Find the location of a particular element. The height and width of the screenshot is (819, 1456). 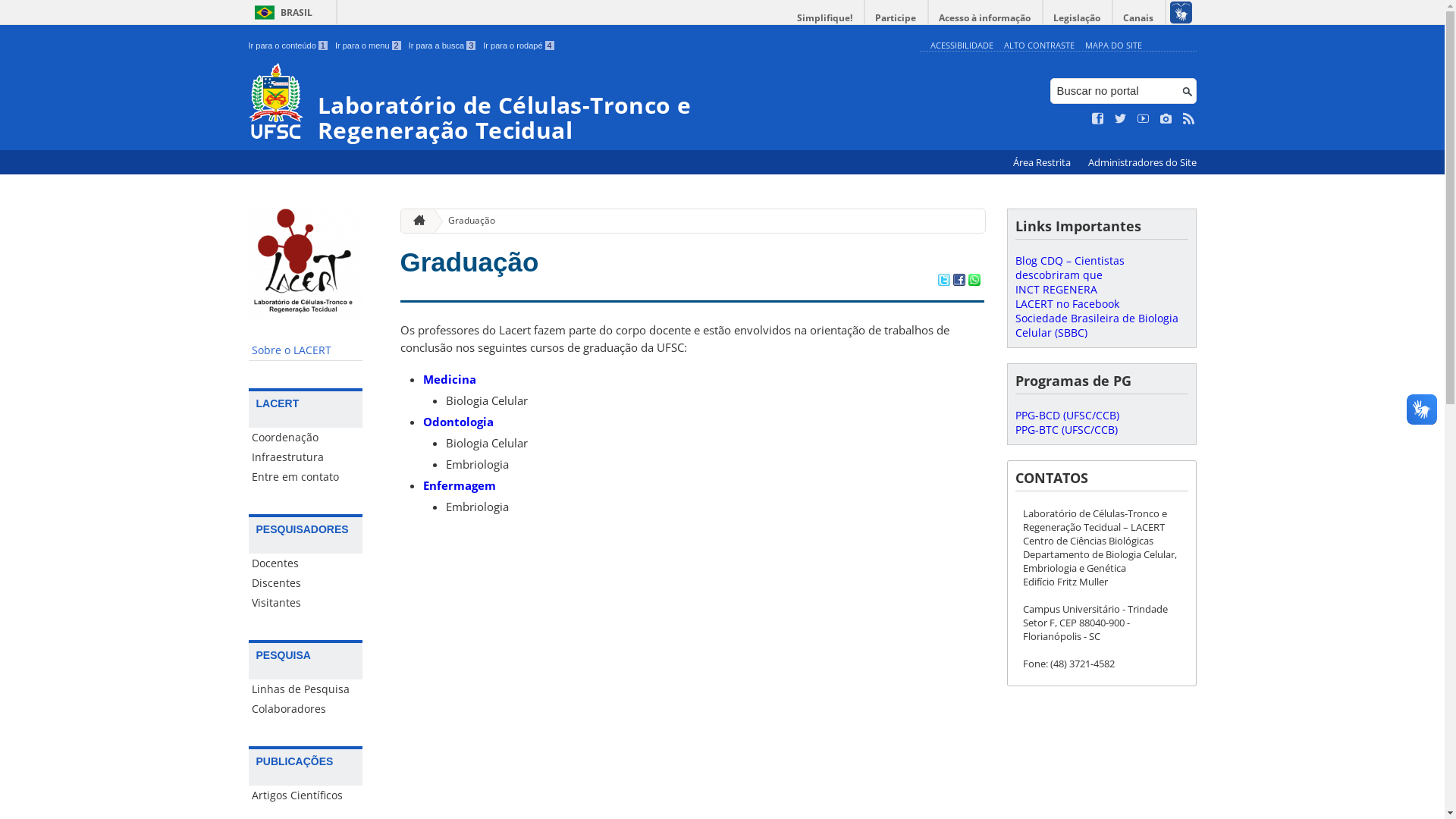

'Enfermagem' is located at coordinates (458, 485).